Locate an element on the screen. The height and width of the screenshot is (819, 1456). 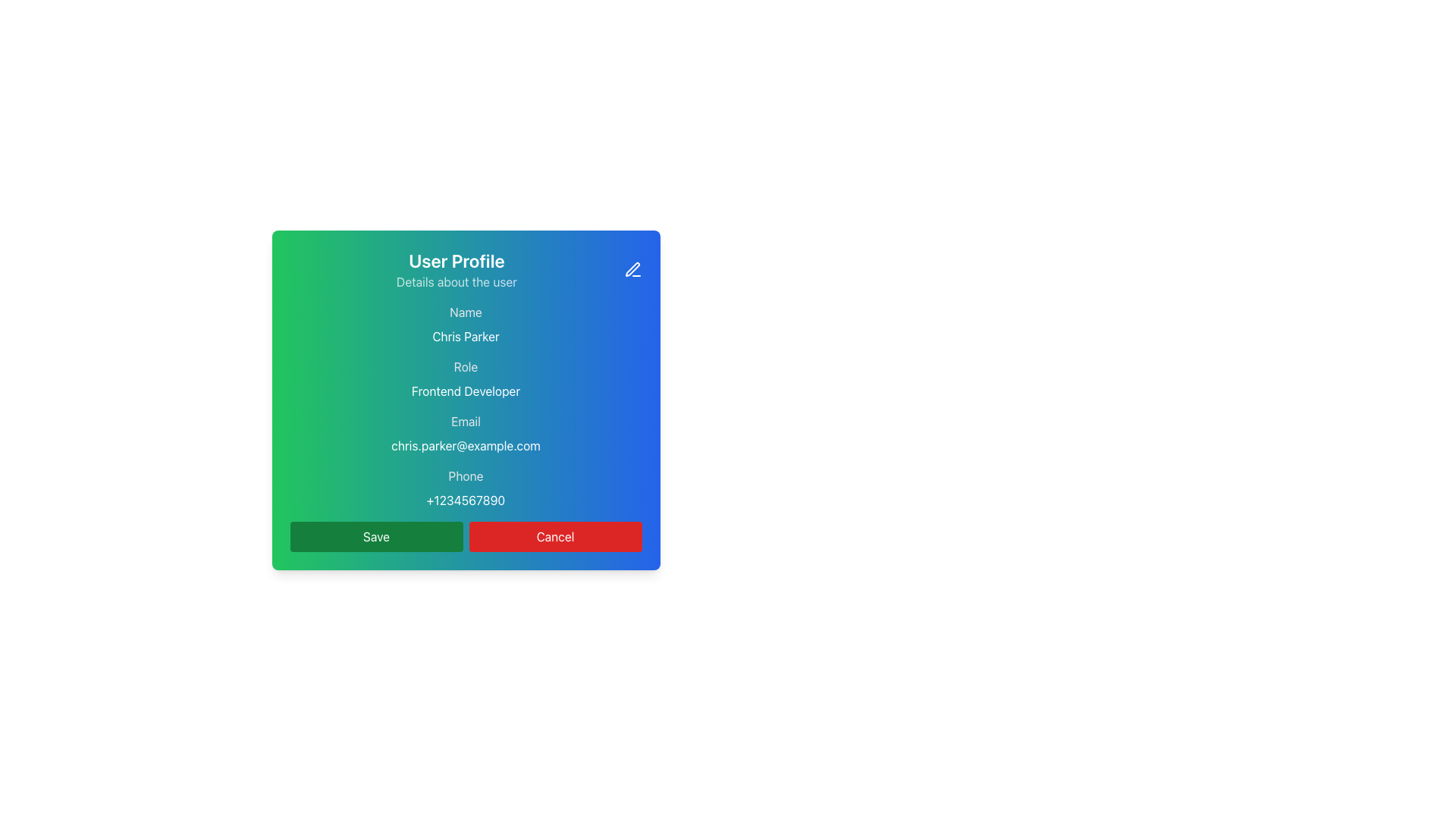
the cancel button located at the lower right section of the interface, specifically the second button from the left is located at coordinates (554, 536).